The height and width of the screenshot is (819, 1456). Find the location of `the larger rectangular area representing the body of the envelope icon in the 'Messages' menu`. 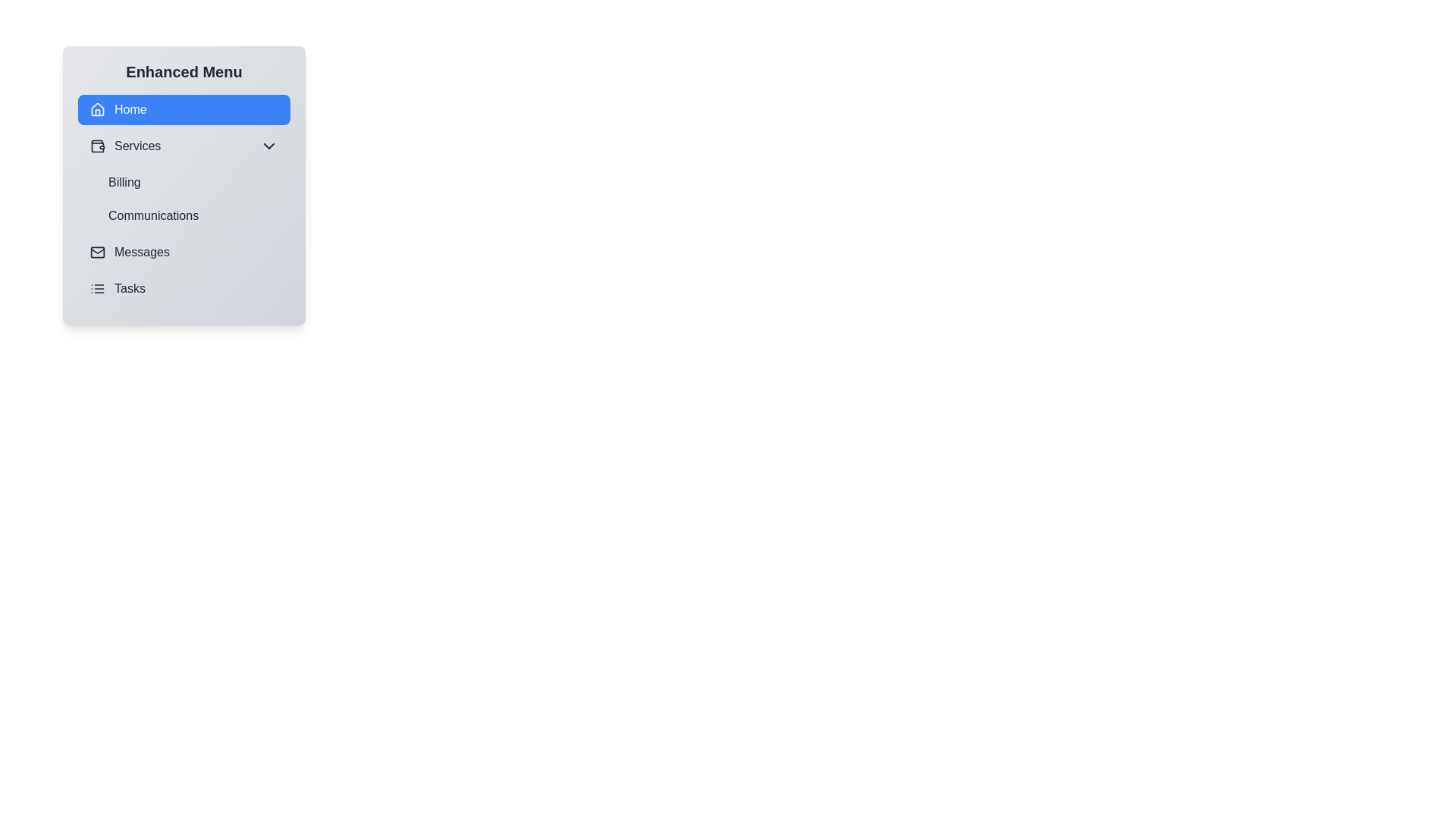

the larger rectangular area representing the body of the envelope icon in the 'Messages' menu is located at coordinates (97, 251).